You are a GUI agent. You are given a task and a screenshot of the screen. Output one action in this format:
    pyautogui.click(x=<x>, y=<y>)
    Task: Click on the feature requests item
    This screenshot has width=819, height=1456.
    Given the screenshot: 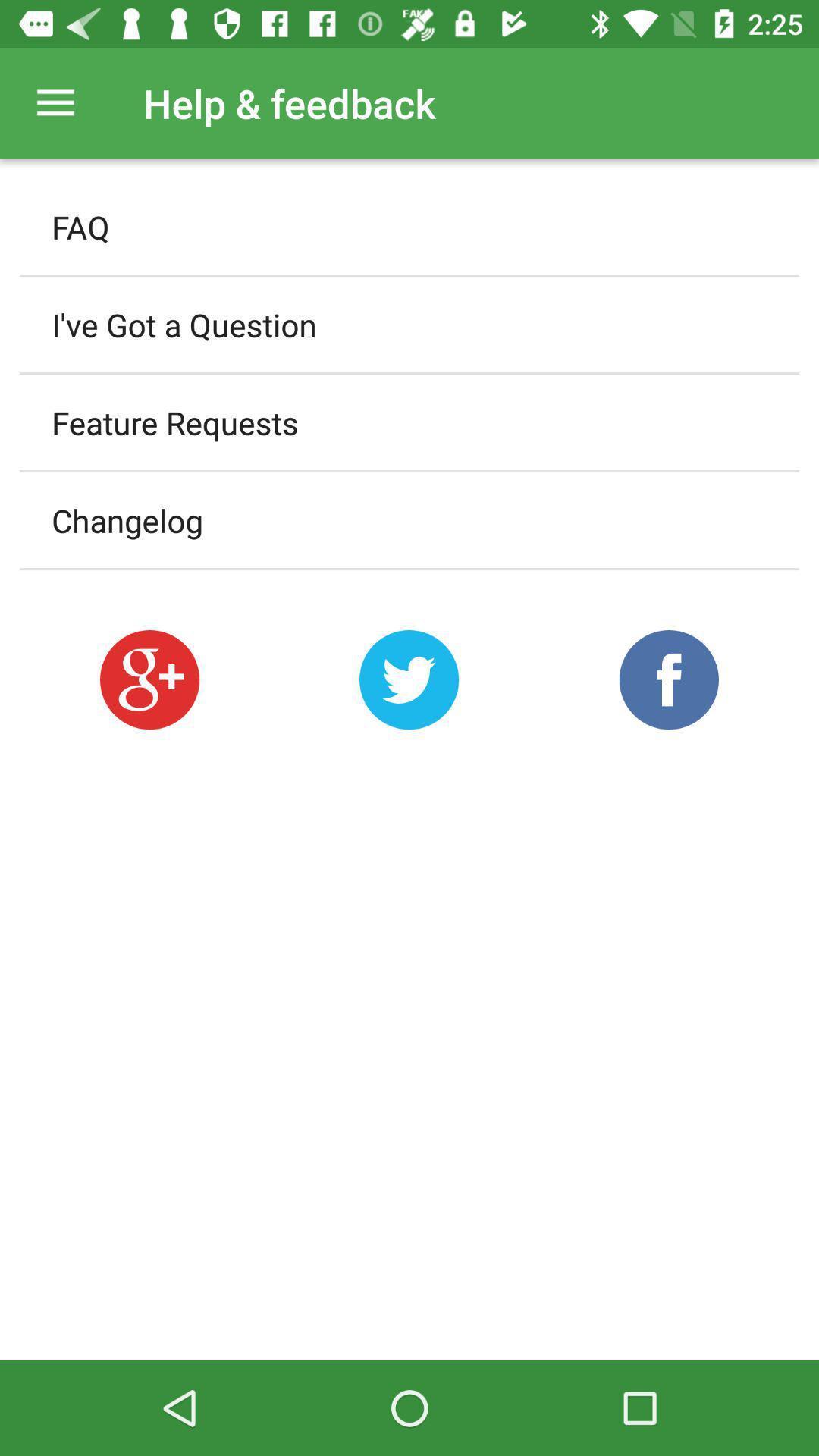 What is the action you would take?
    pyautogui.click(x=409, y=422)
    